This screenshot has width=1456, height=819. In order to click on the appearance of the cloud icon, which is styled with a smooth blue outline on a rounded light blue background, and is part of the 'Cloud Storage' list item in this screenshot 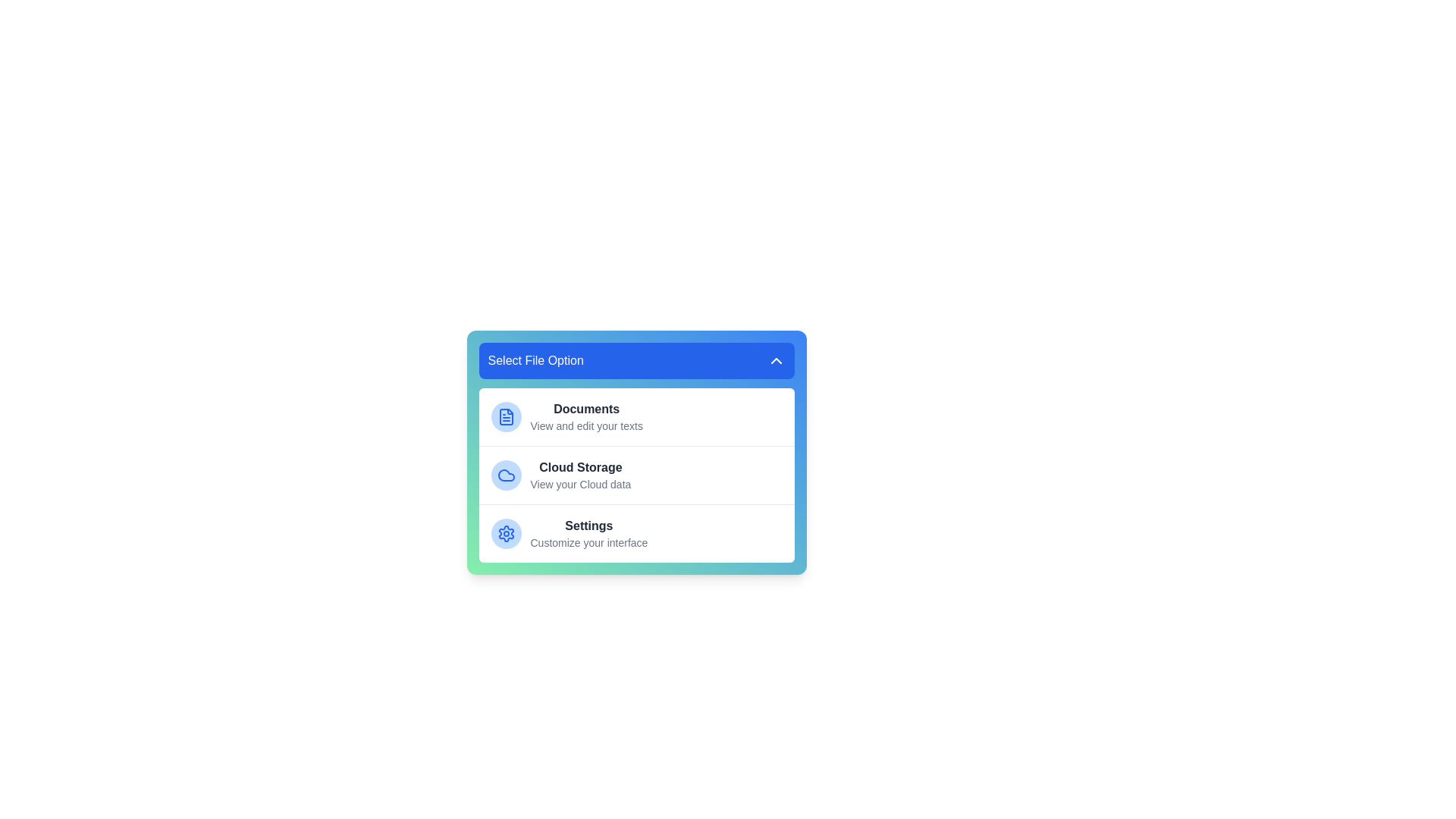, I will do `click(506, 475)`.